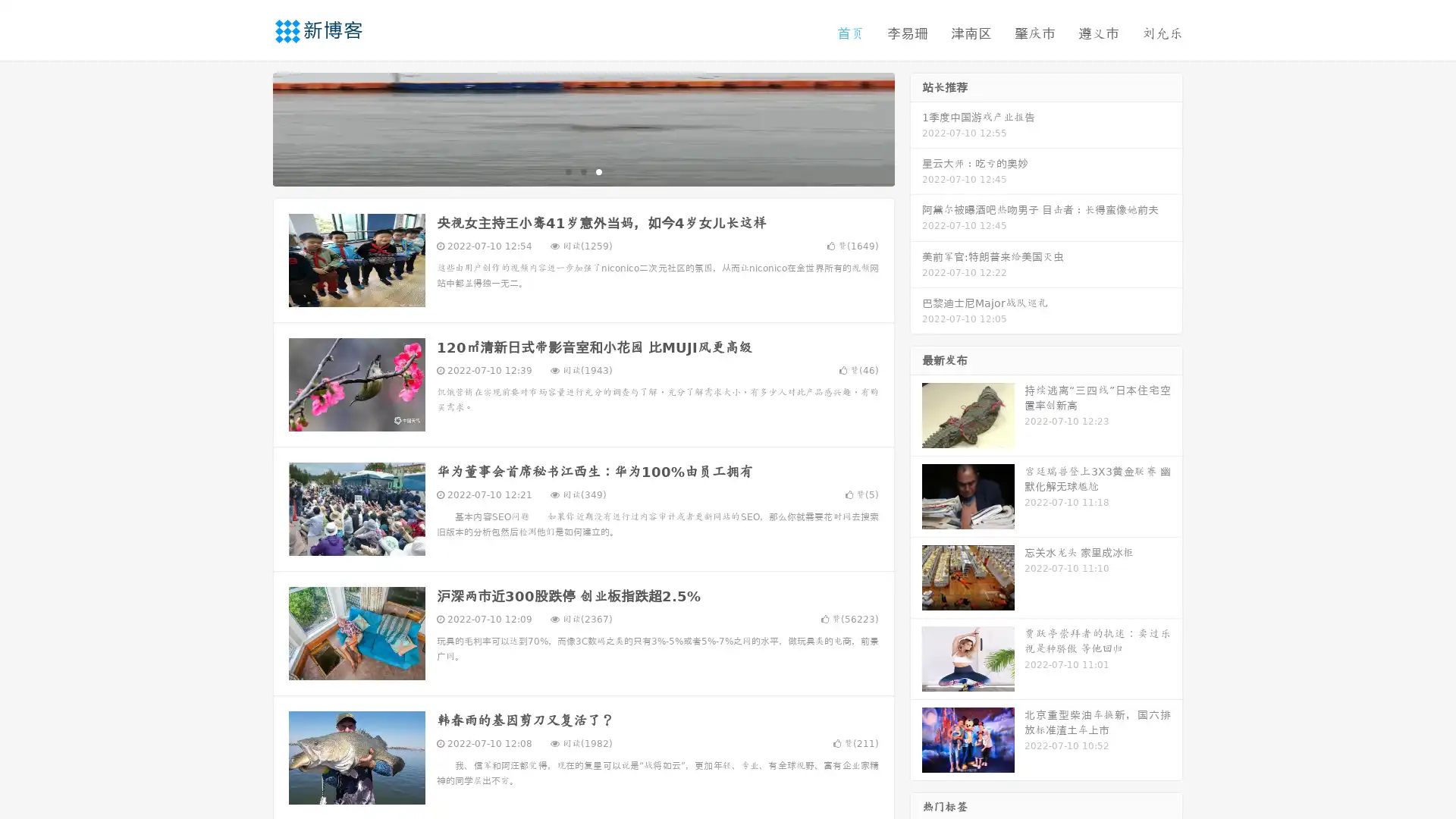  I want to click on Next slide, so click(916, 127).